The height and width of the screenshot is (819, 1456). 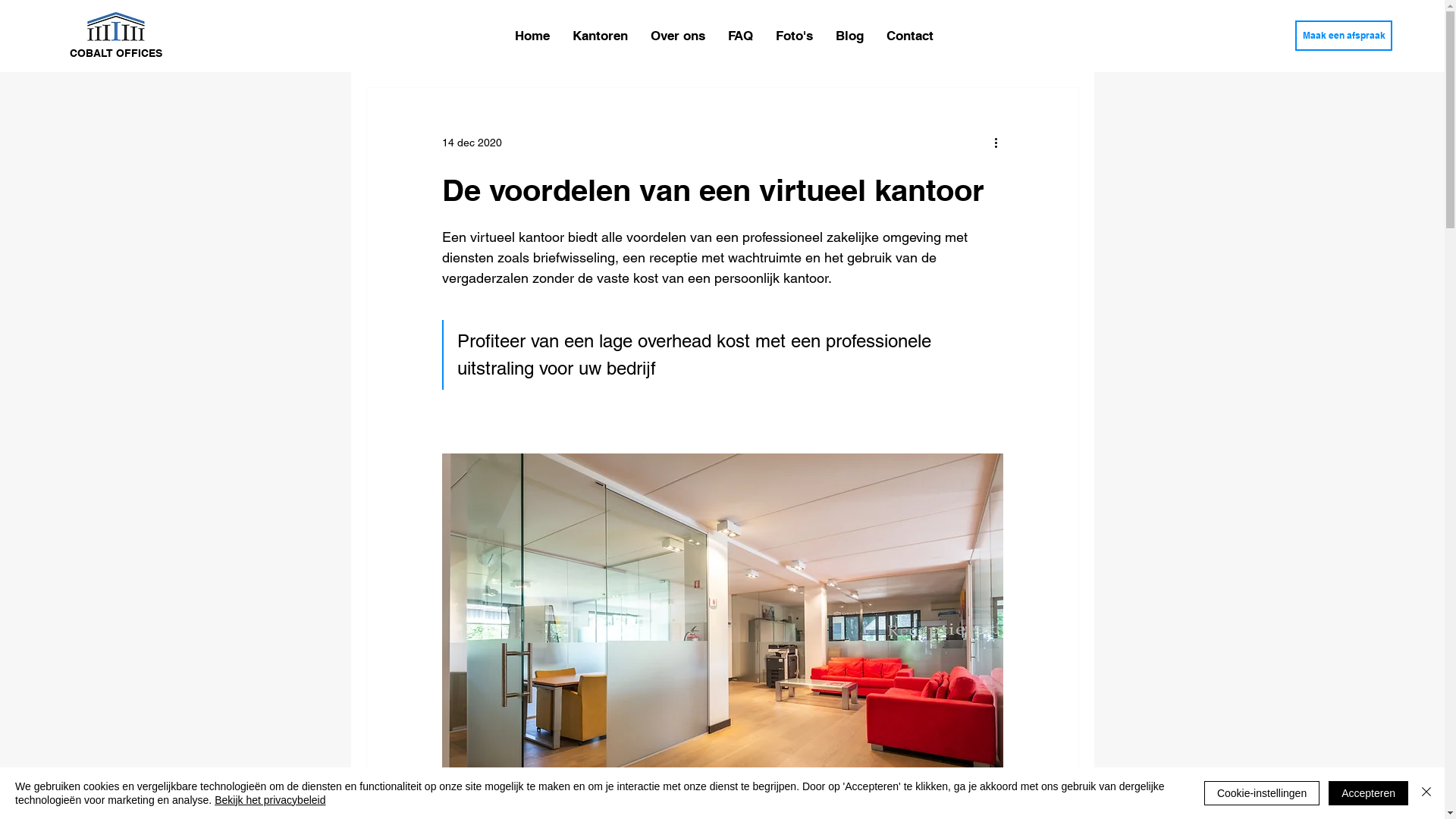 What do you see at coordinates (793, 34) in the screenshot?
I see `'Foto's'` at bounding box center [793, 34].